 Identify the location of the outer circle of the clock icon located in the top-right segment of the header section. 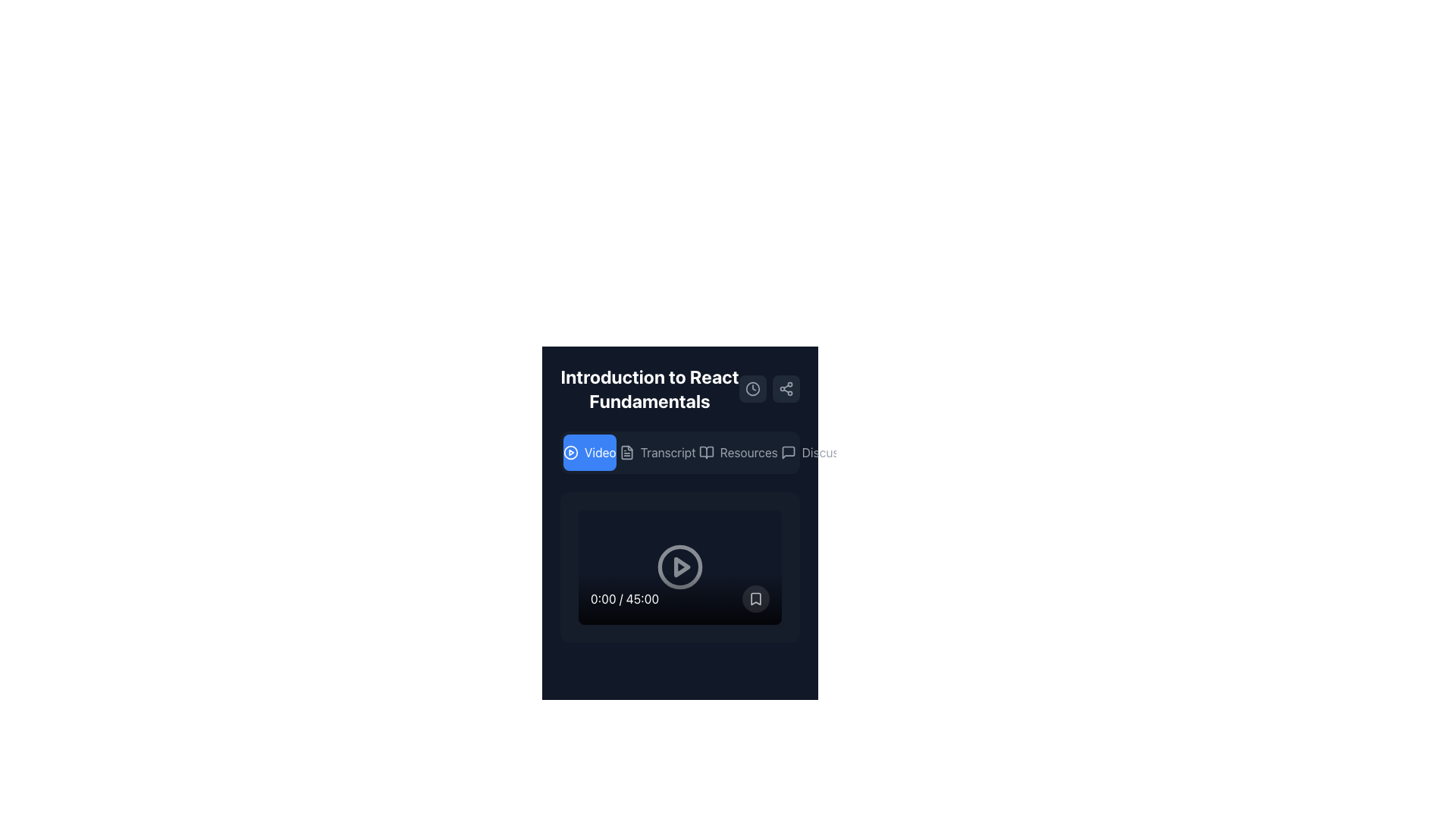
(753, 388).